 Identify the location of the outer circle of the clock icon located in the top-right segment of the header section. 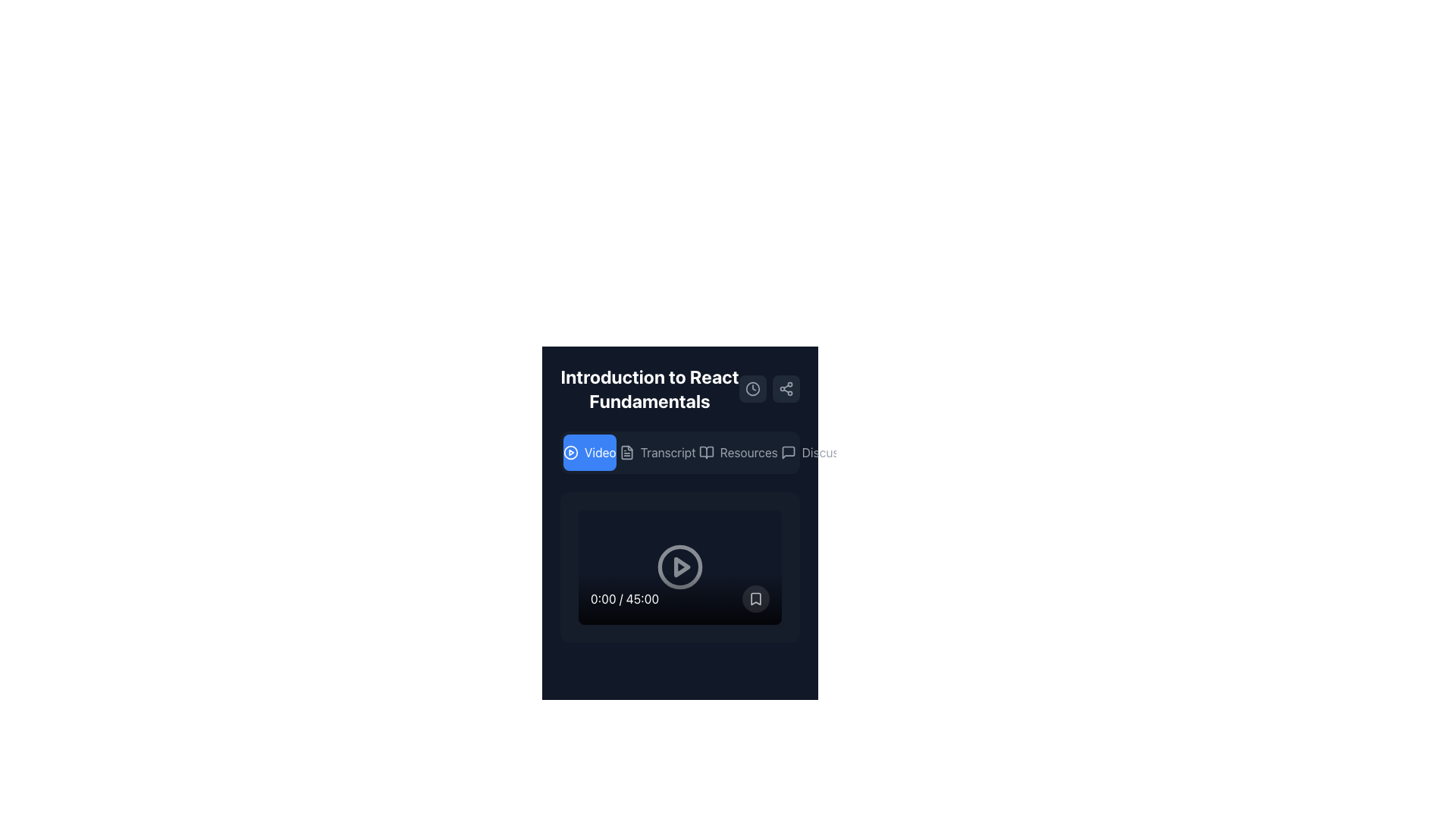
(753, 388).